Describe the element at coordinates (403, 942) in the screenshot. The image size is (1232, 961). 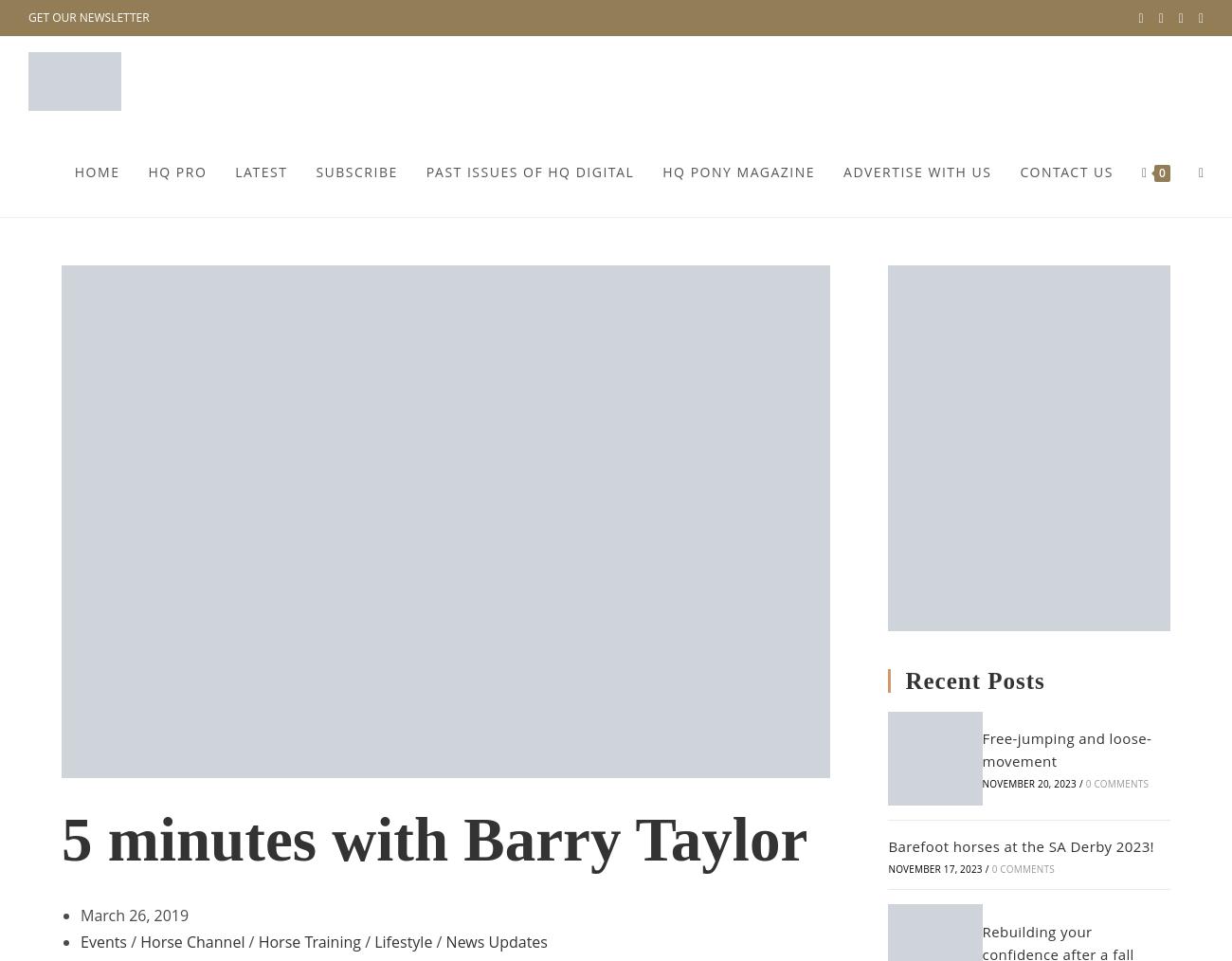
I see `'Lifestyle'` at that location.